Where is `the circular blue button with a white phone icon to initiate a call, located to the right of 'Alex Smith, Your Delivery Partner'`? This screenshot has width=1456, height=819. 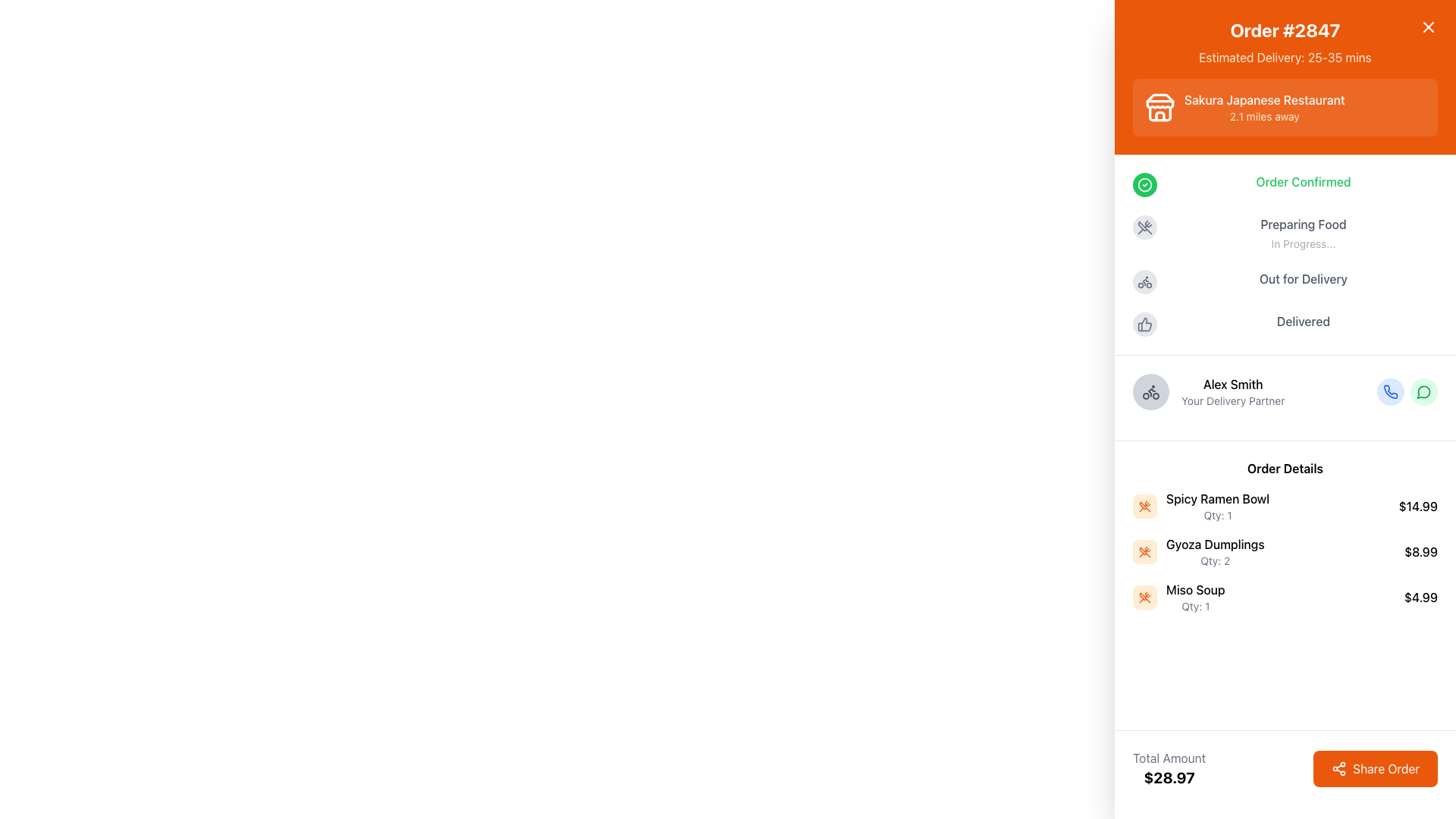 the circular blue button with a white phone icon to initiate a call, located to the right of 'Alex Smith, Your Delivery Partner' is located at coordinates (1390, 391).